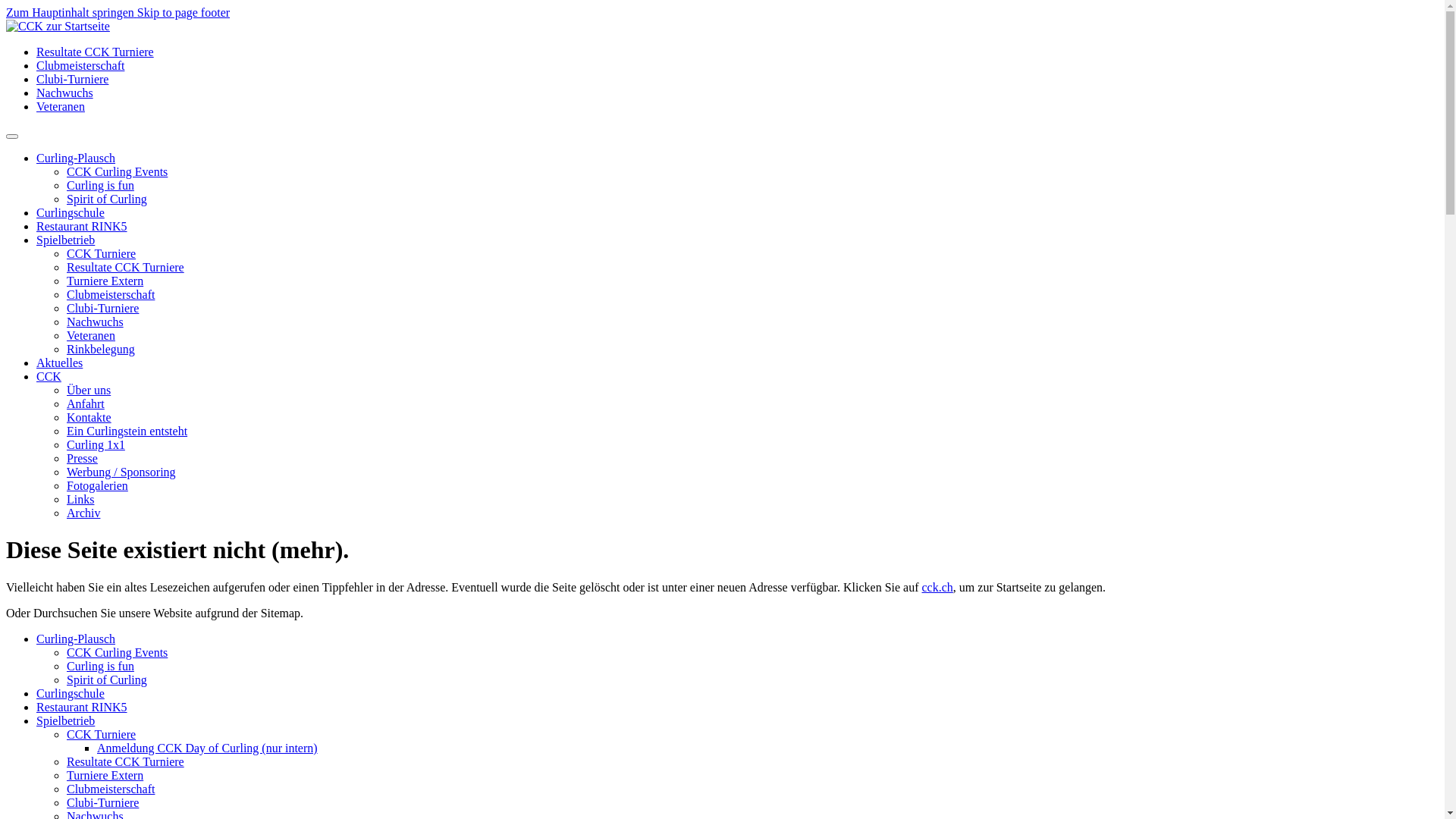  What do you see at coordinates (71, 12) in the screenshot?
I see `'Zum Hauptinhalt springen'` at bounding box center [71, 12].